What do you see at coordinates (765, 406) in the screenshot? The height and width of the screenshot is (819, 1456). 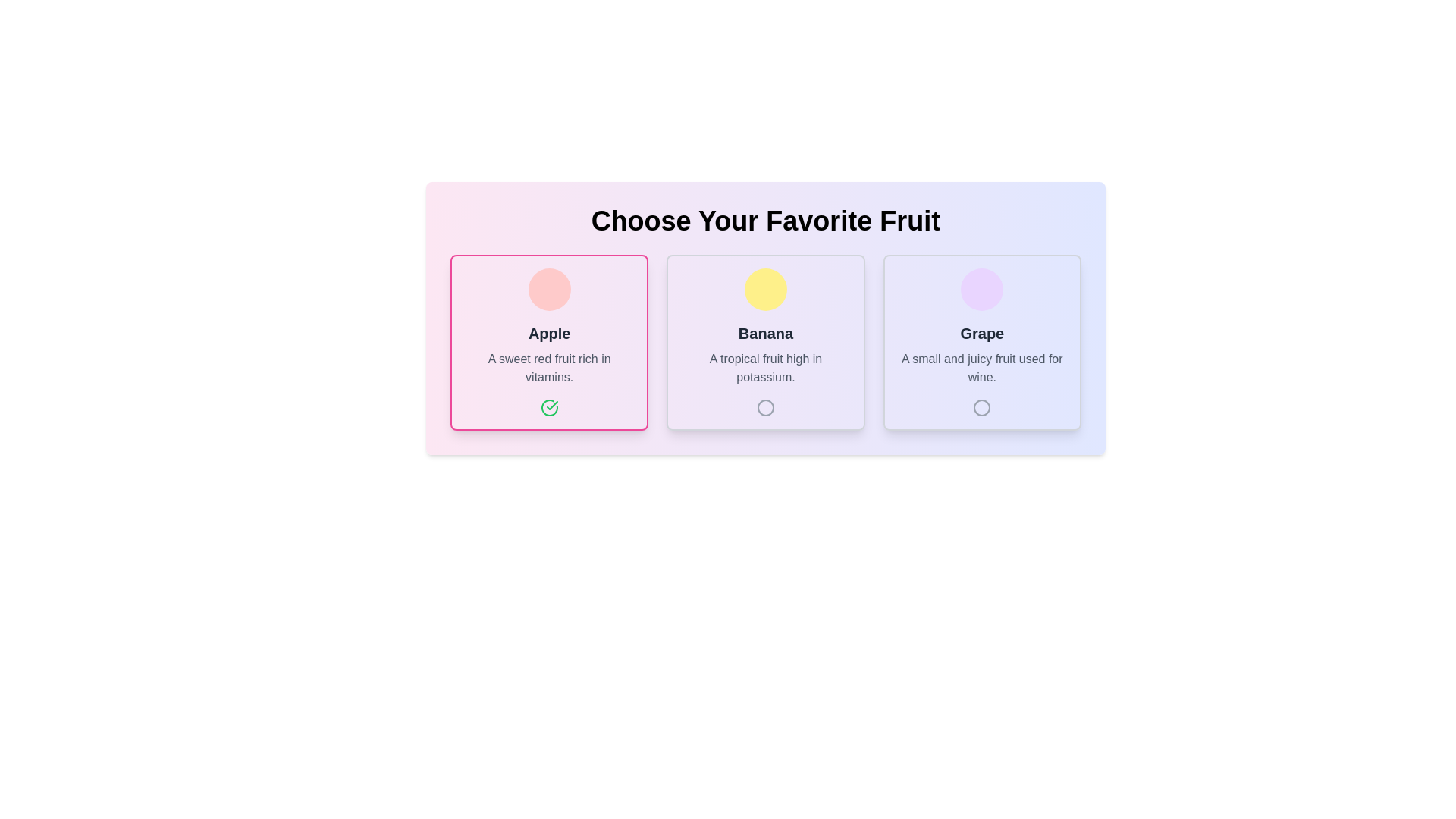 I see `the circular icon located at the bottom of the 'Banana' card` at bounding box center [765, 406].